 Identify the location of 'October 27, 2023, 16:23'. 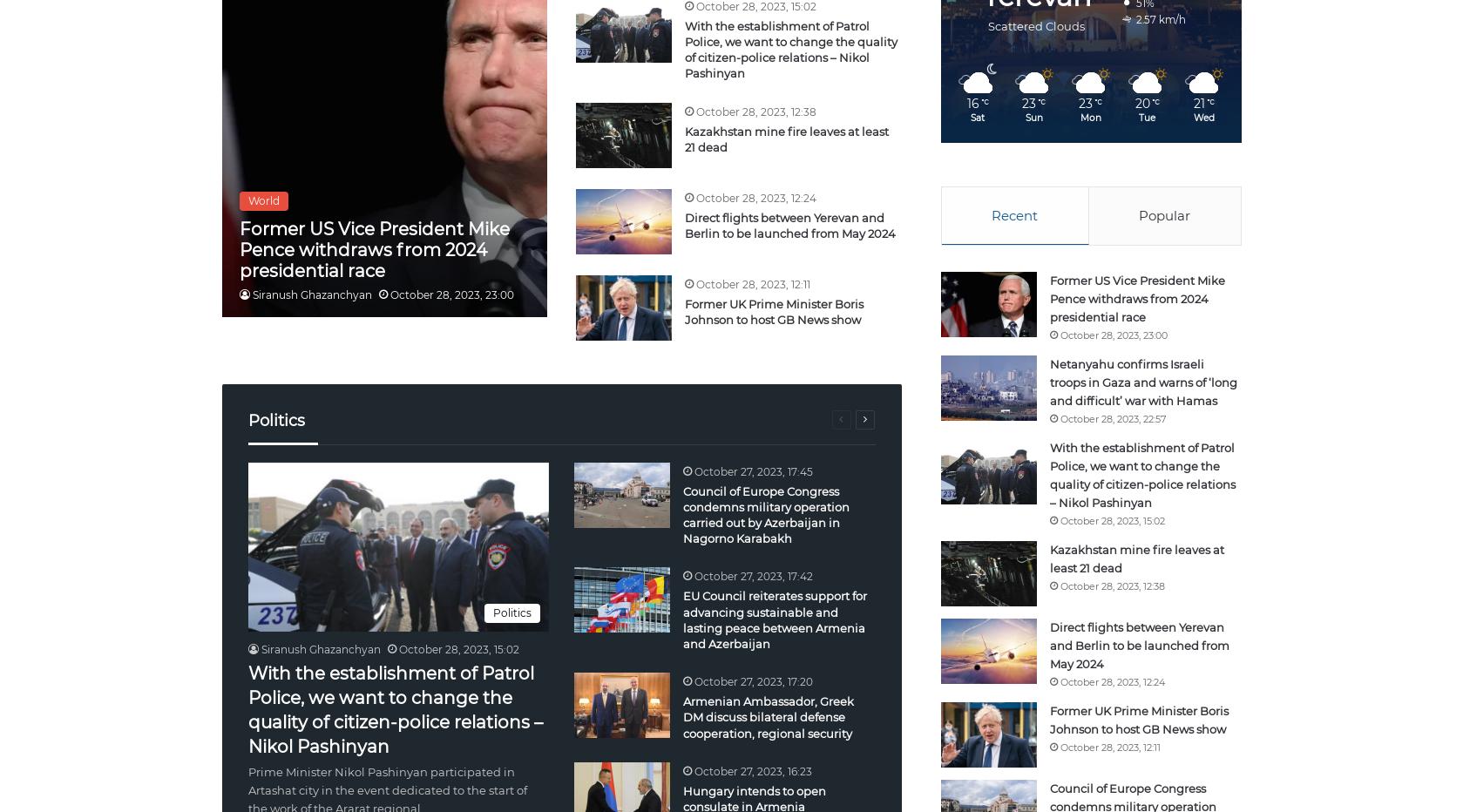
(752, 770).